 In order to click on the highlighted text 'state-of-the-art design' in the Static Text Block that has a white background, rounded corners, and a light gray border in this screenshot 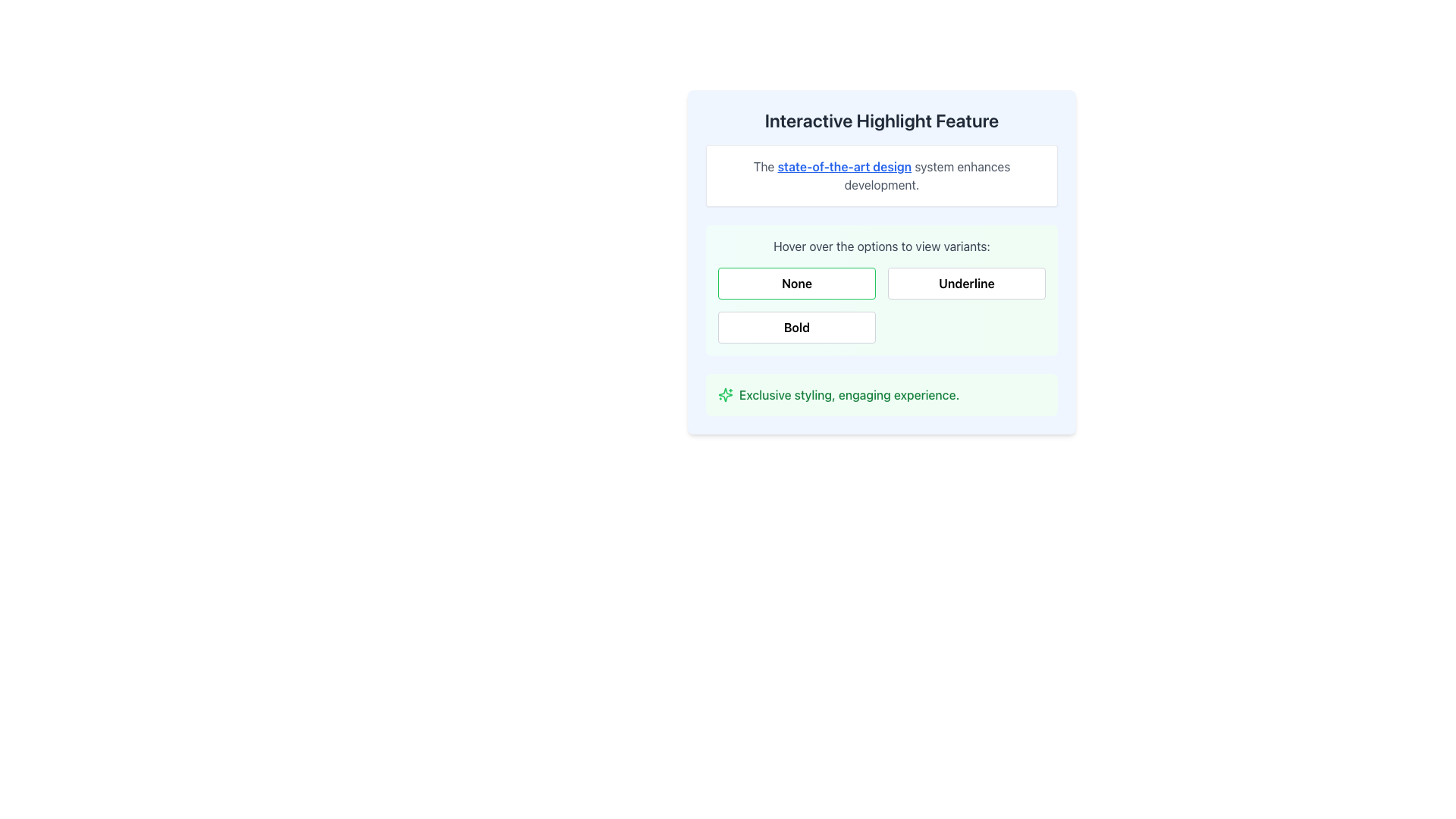, I will do `click(881, 174)`.